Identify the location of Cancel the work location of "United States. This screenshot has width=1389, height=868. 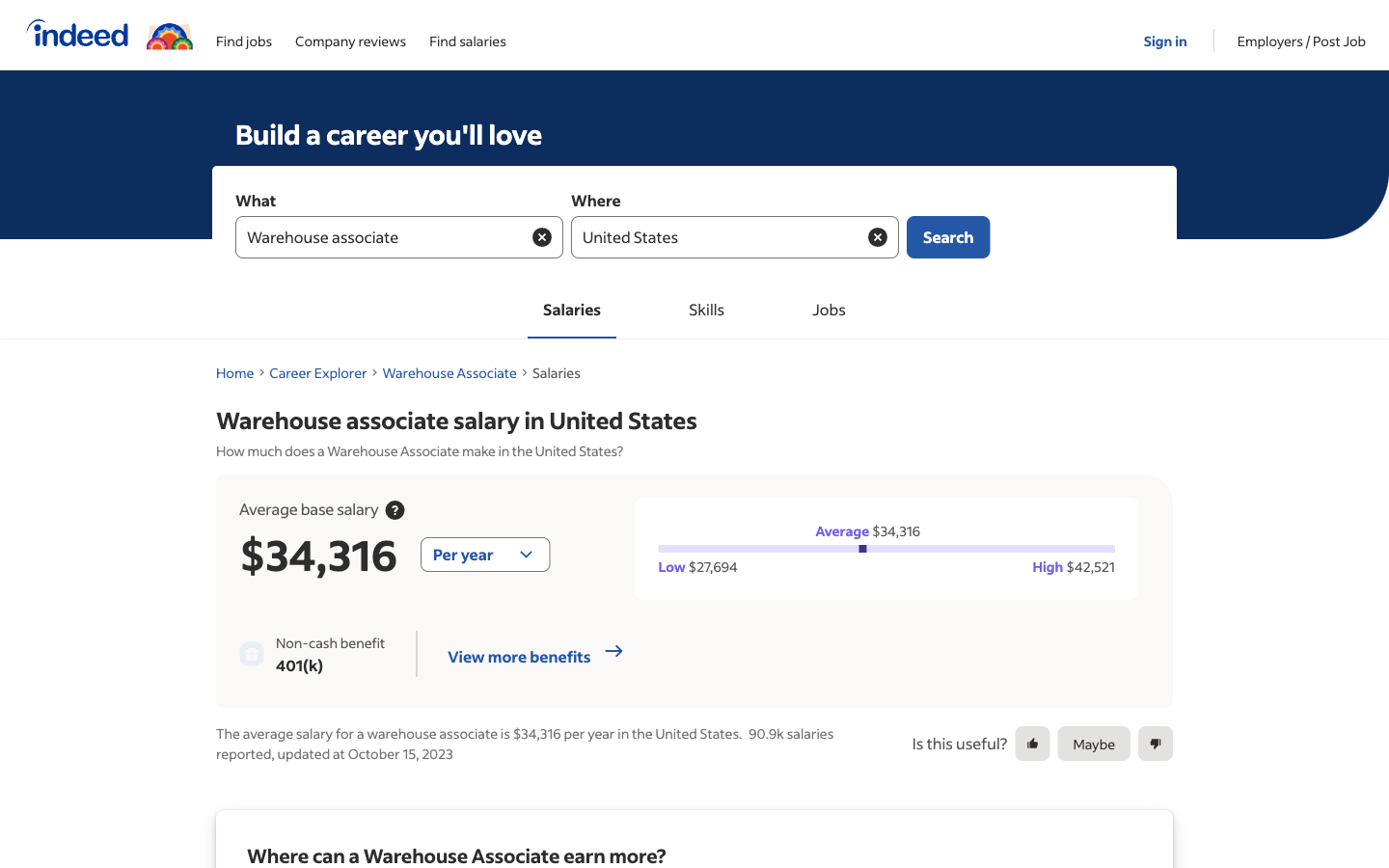
(877, 235).